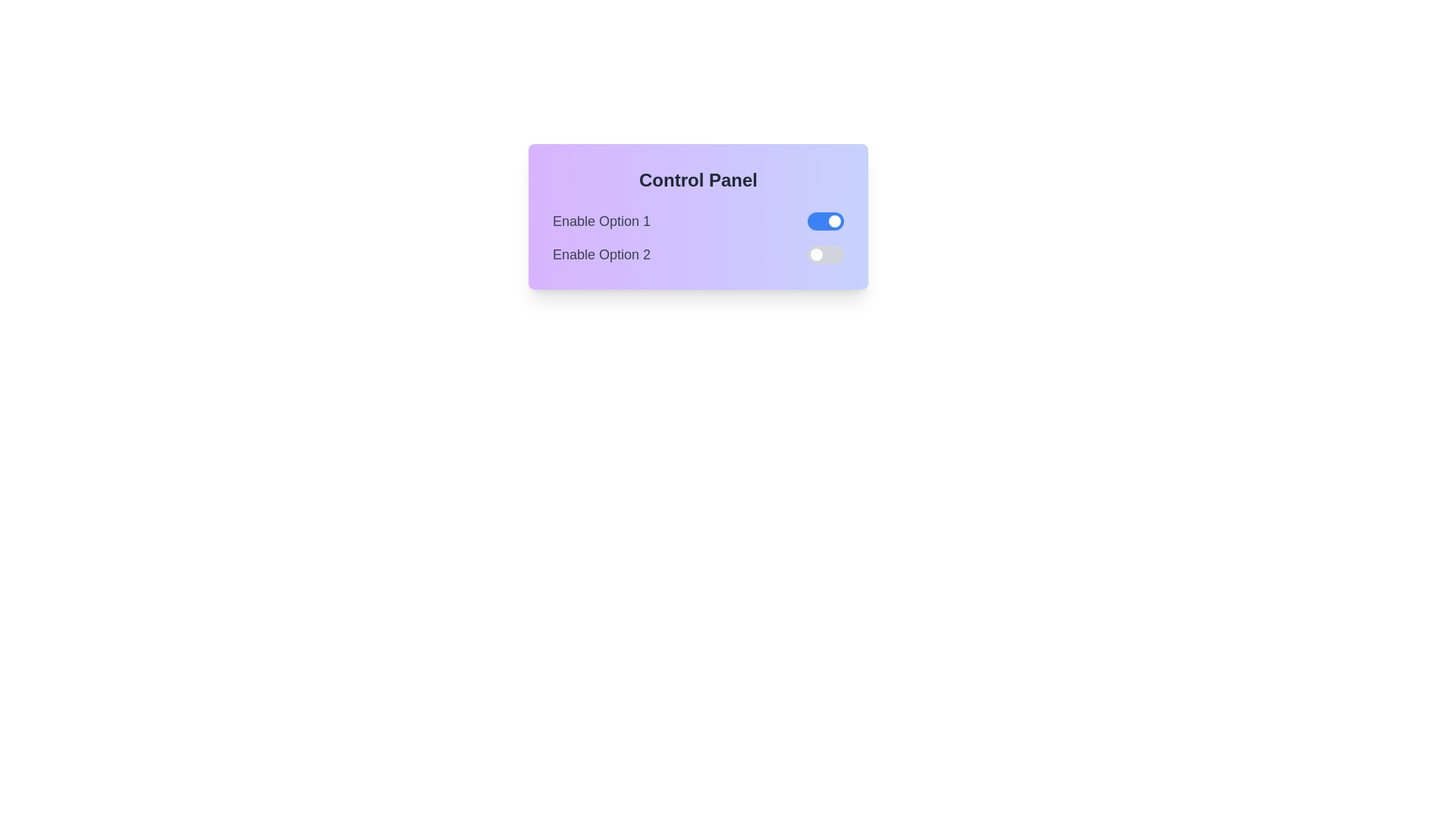  I want to click on the toggle switch to the right of 'Enable Option 2' in the 'Control Panel', so click(825, 253).